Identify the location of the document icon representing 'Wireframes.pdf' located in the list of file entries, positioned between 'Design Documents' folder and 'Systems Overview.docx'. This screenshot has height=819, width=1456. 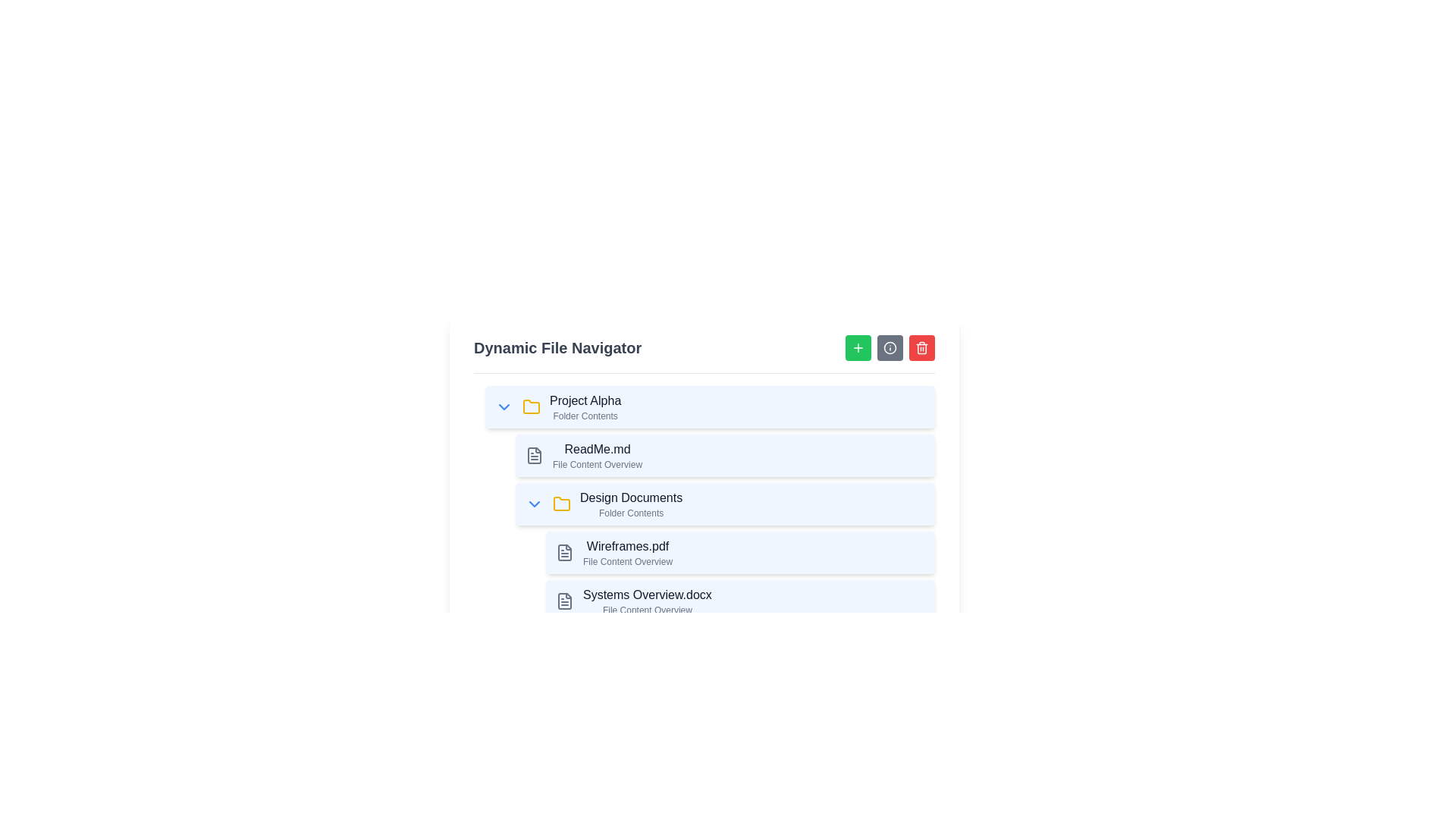
(563, 553).